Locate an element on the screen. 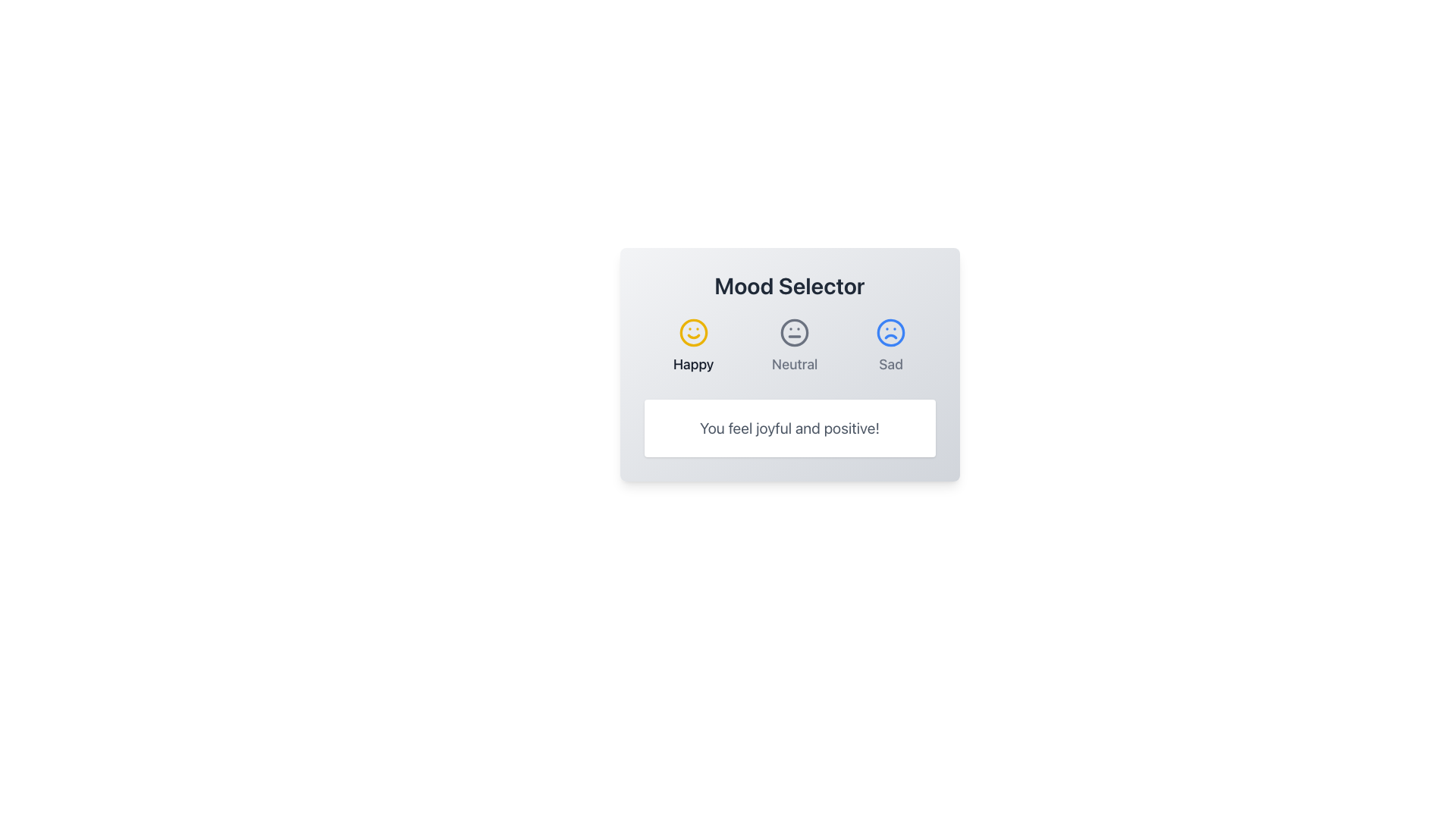 This screenshot has height=819, width=1456. the selectable mood icon representing 'Sad' in the mood selection interface is located at coordinates (891, 332).